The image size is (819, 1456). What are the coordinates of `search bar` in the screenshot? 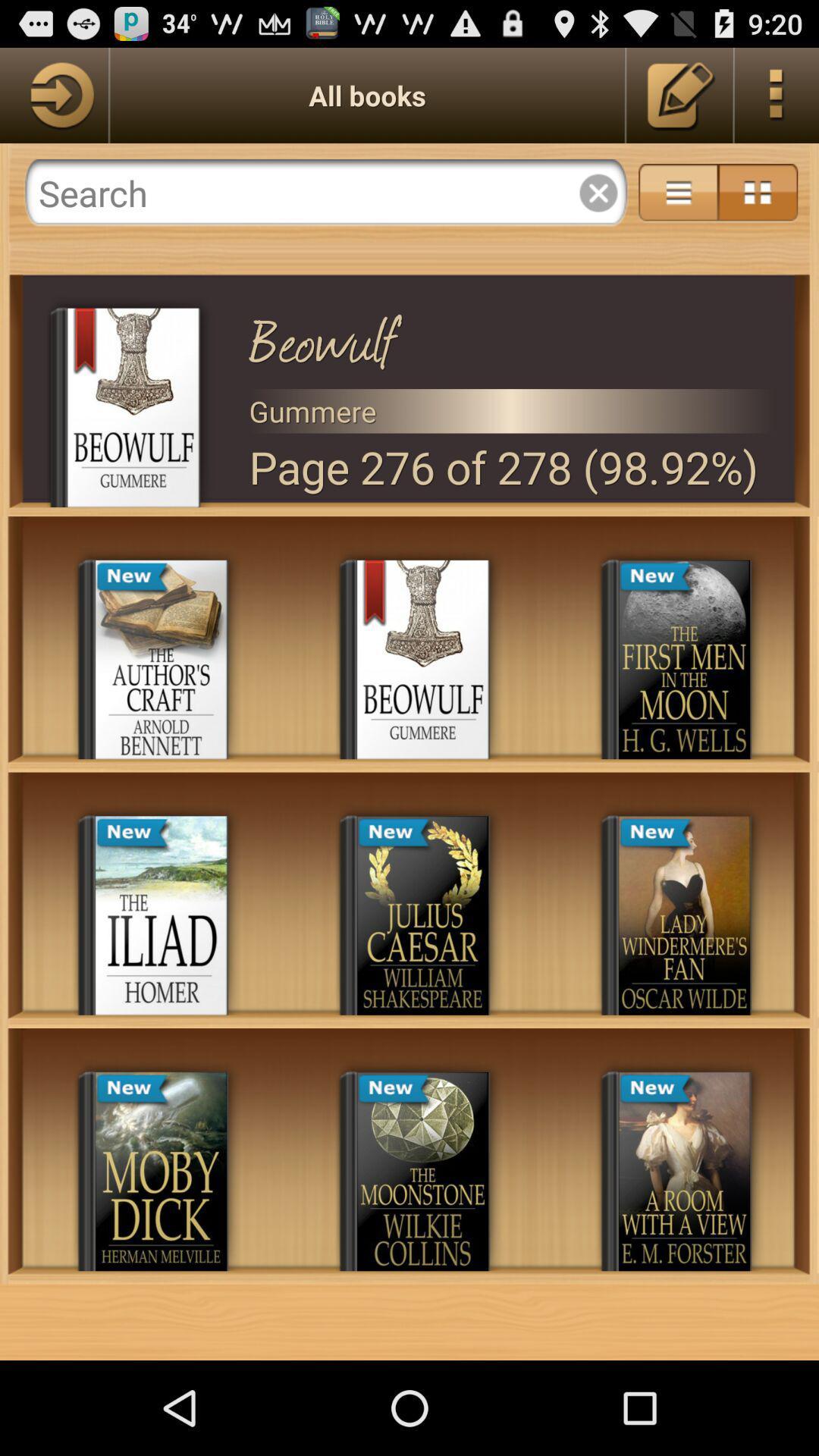 It's located at (325, 192).